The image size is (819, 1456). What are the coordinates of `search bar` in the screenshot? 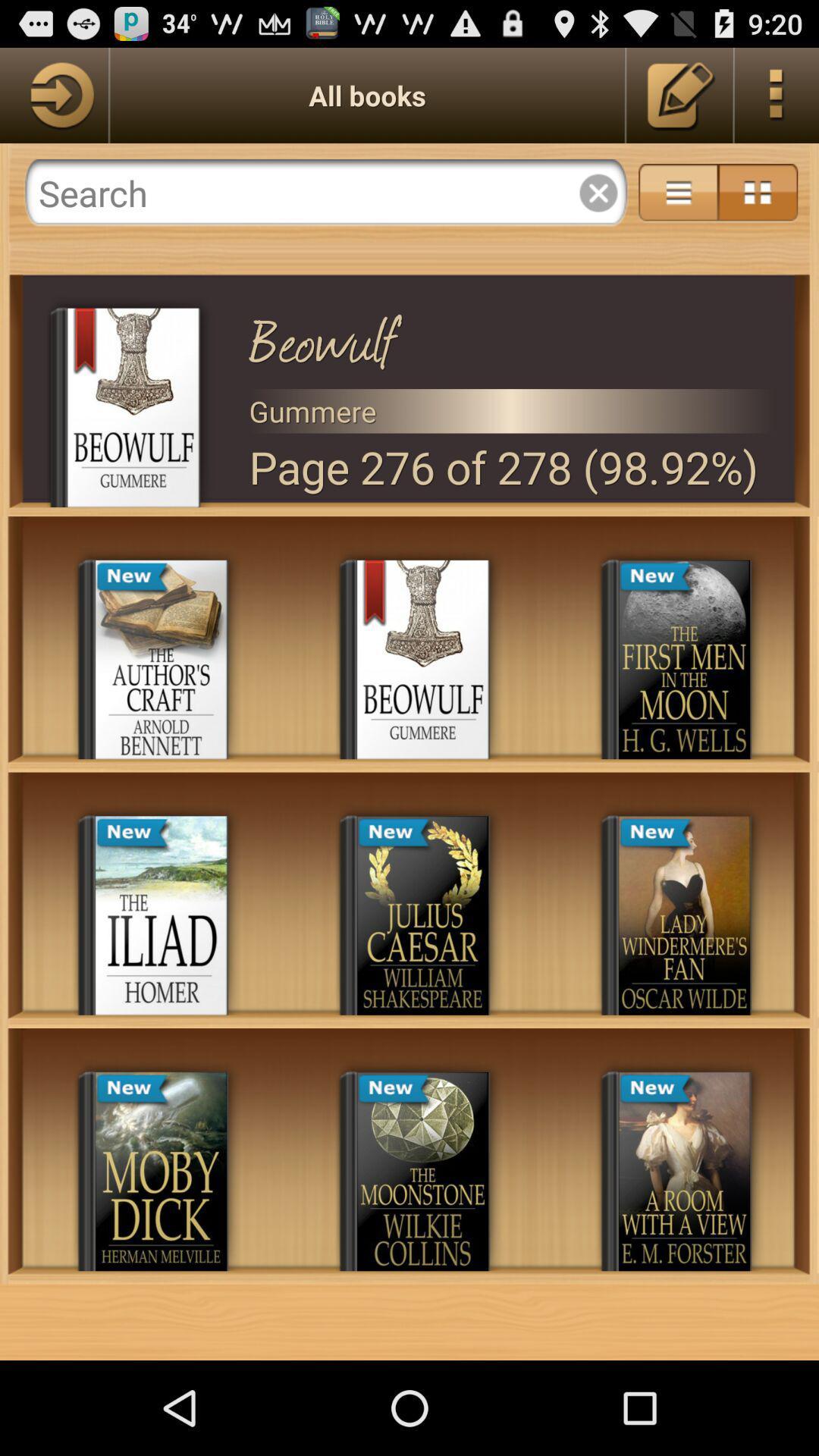 It's located at (325, 192).